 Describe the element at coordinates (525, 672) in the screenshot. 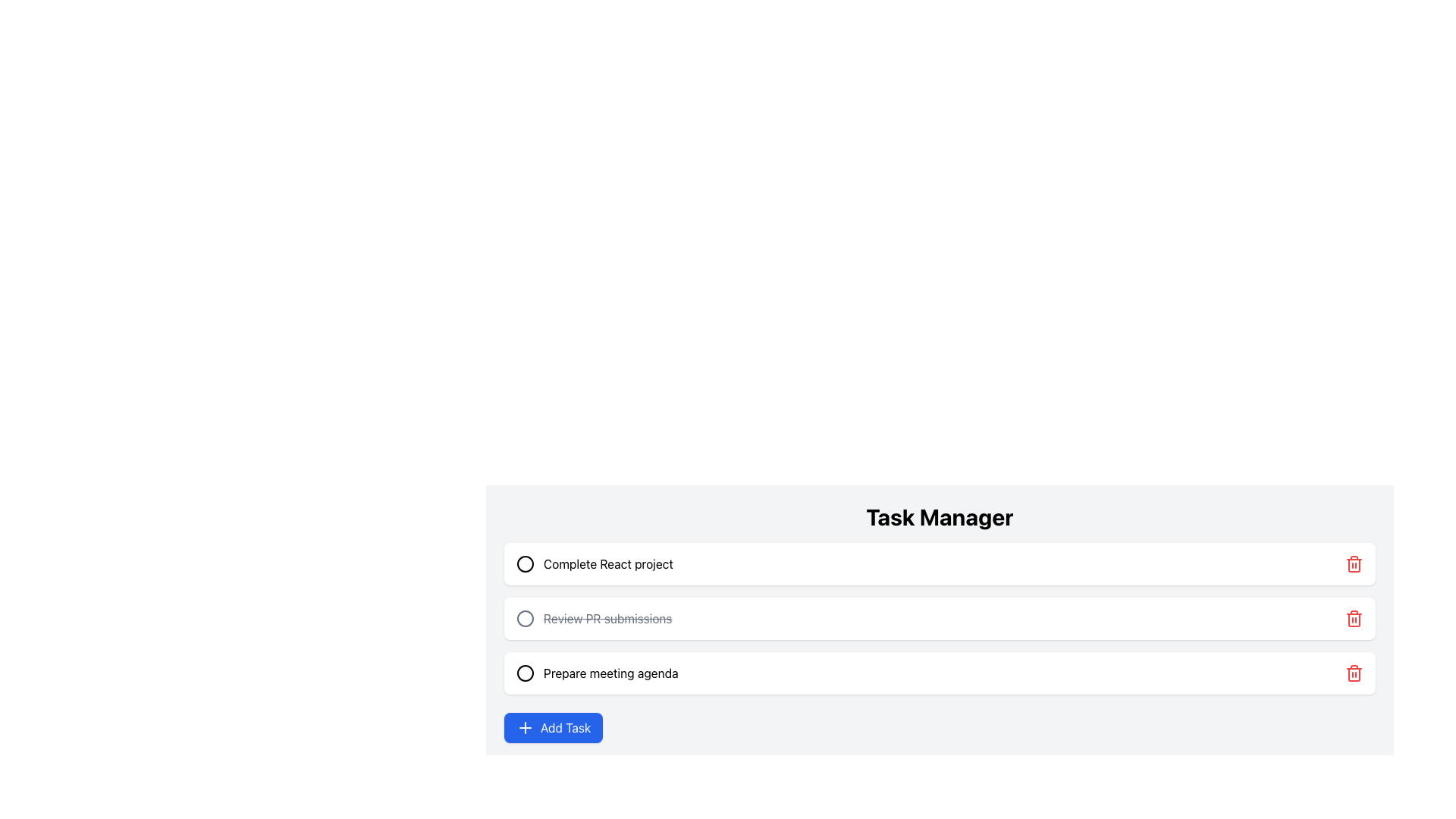

I see `the circular icon with a black outline and white background, which serves as a visual marker adjacent to the text 'Prepare meeting agenda'` at that location.